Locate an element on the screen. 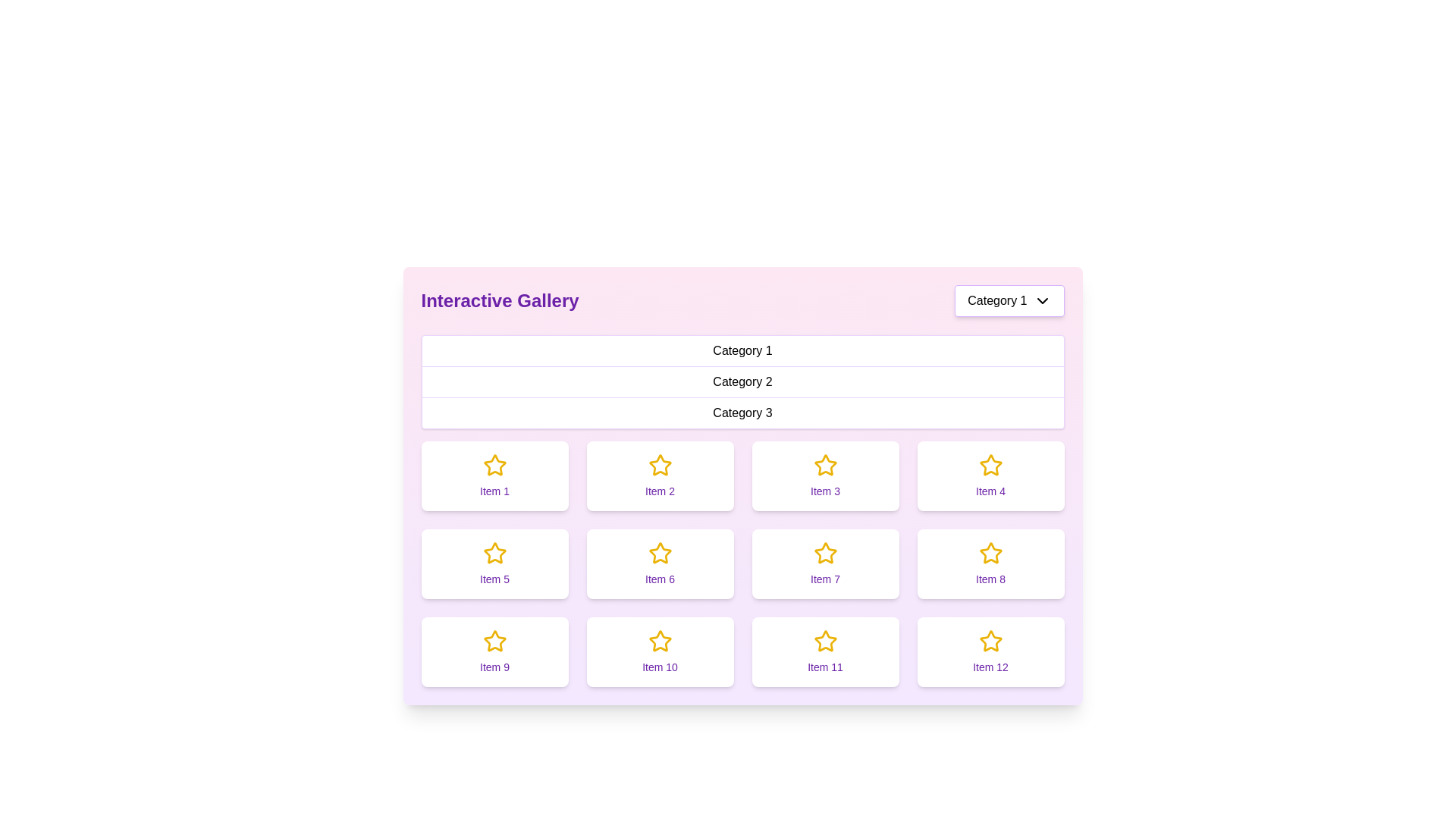 This screenshot has height=819, width=1456. the star button located in the second row, third column of the interactive gallery grid under the label 'Item 7' to mark it as a favorite or rate it positively is located at coordinates (824, 553).